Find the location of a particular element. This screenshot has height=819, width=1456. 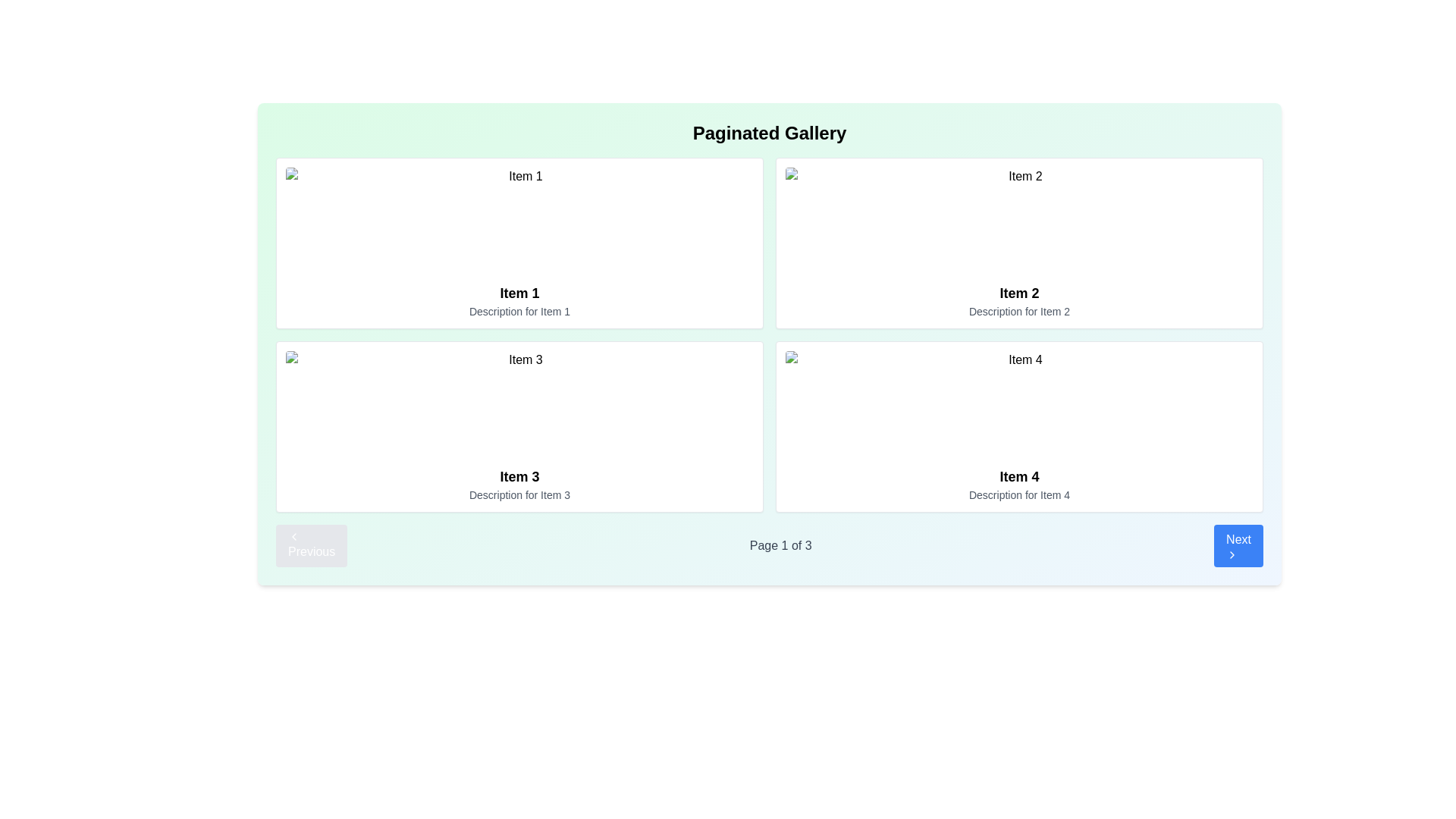

the text label for 'Item 2' located in the upper-right section of the card, which serves as its title or label is located at coordinates (1019, 293).